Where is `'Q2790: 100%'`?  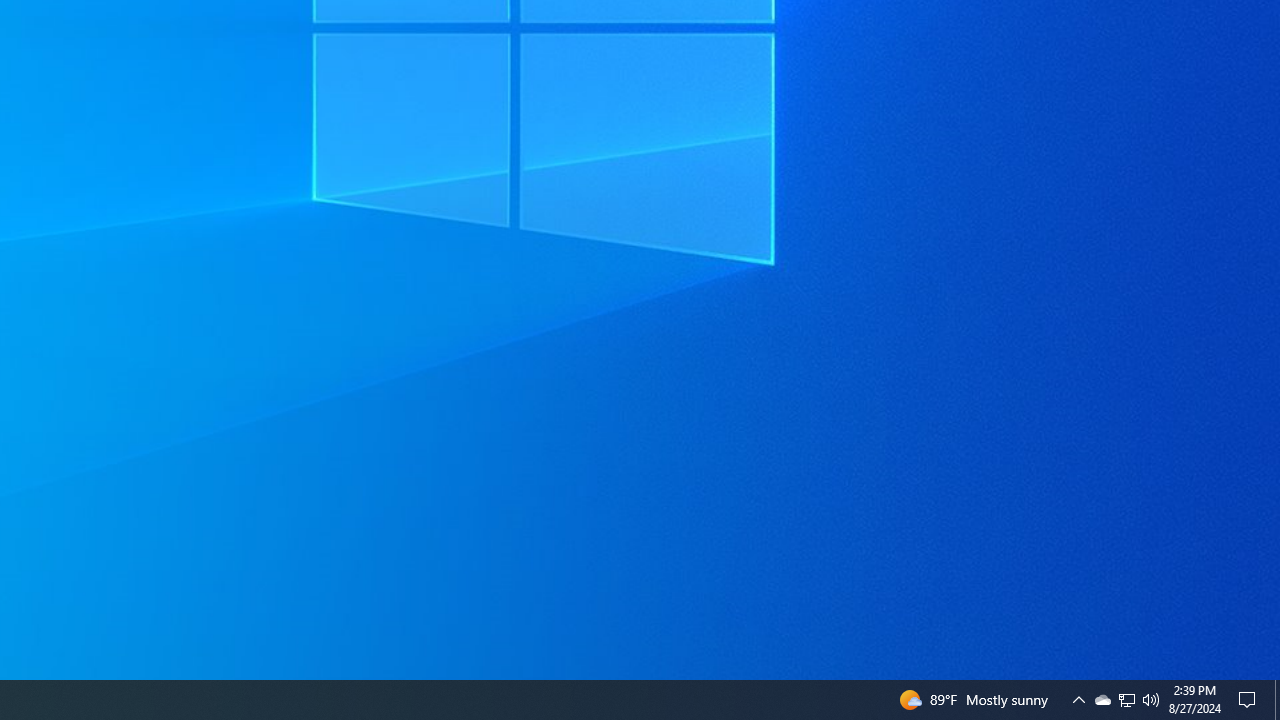
'Q2790: 100%' is located at coordinates (1101, 698).